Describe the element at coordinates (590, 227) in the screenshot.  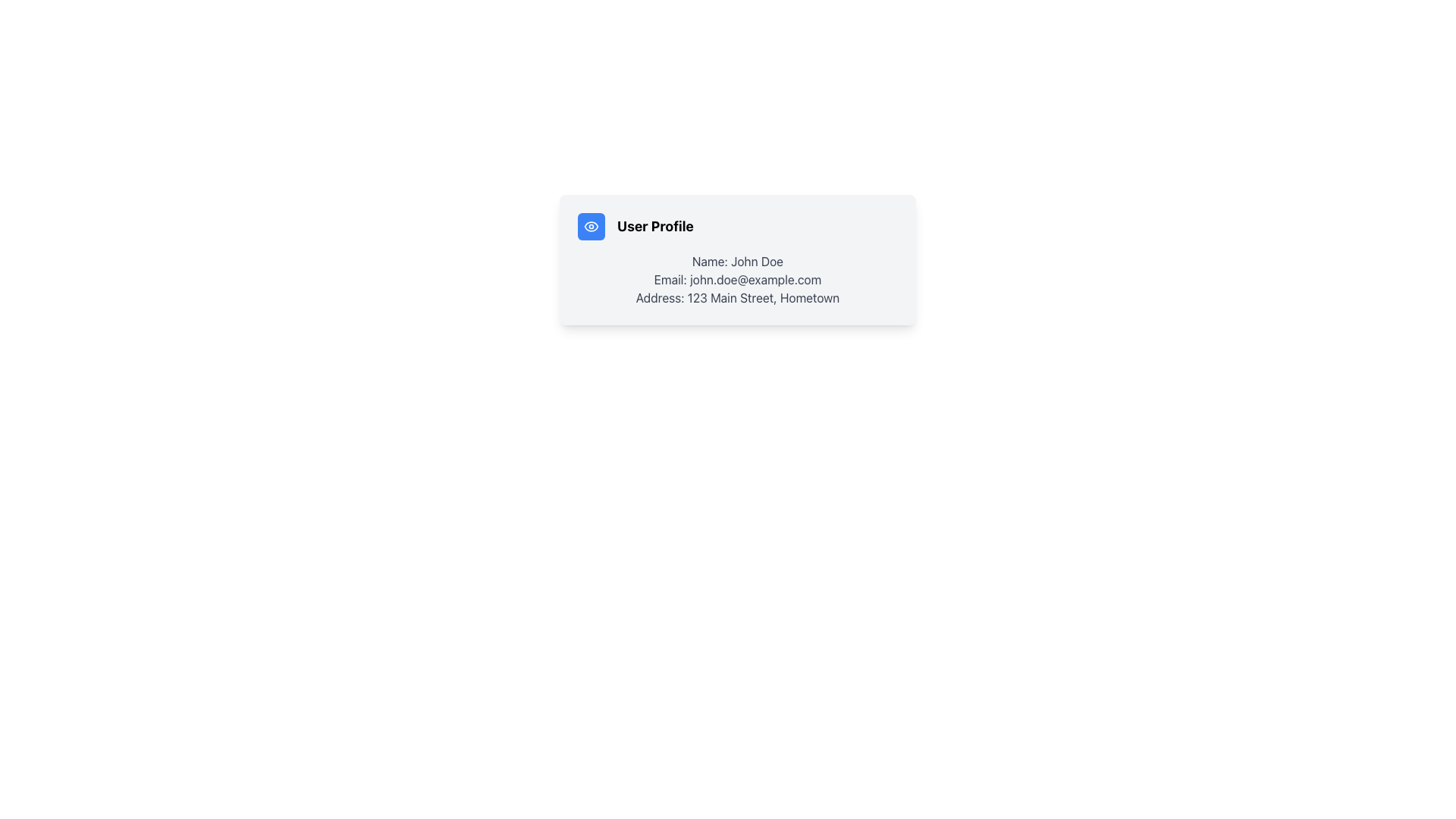
I see `the visibility toggle icon located inside a button with a blue background and white text in the top-left corner of the user profile card layout` at that location.